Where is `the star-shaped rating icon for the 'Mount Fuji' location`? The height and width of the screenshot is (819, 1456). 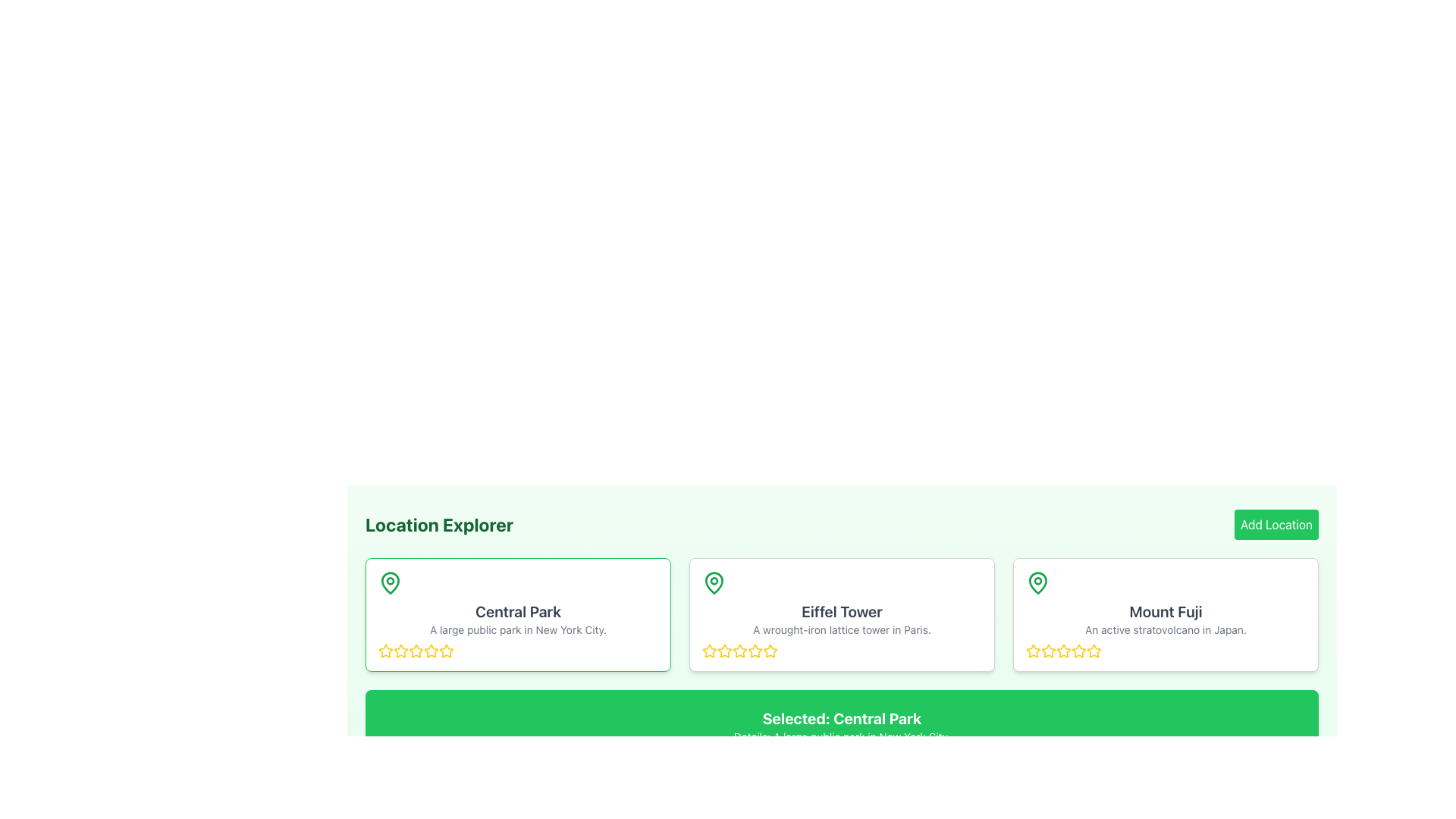 the star-shaped rating icon for the 'Mount Fuji' location is located at coordinates (1032, 649).